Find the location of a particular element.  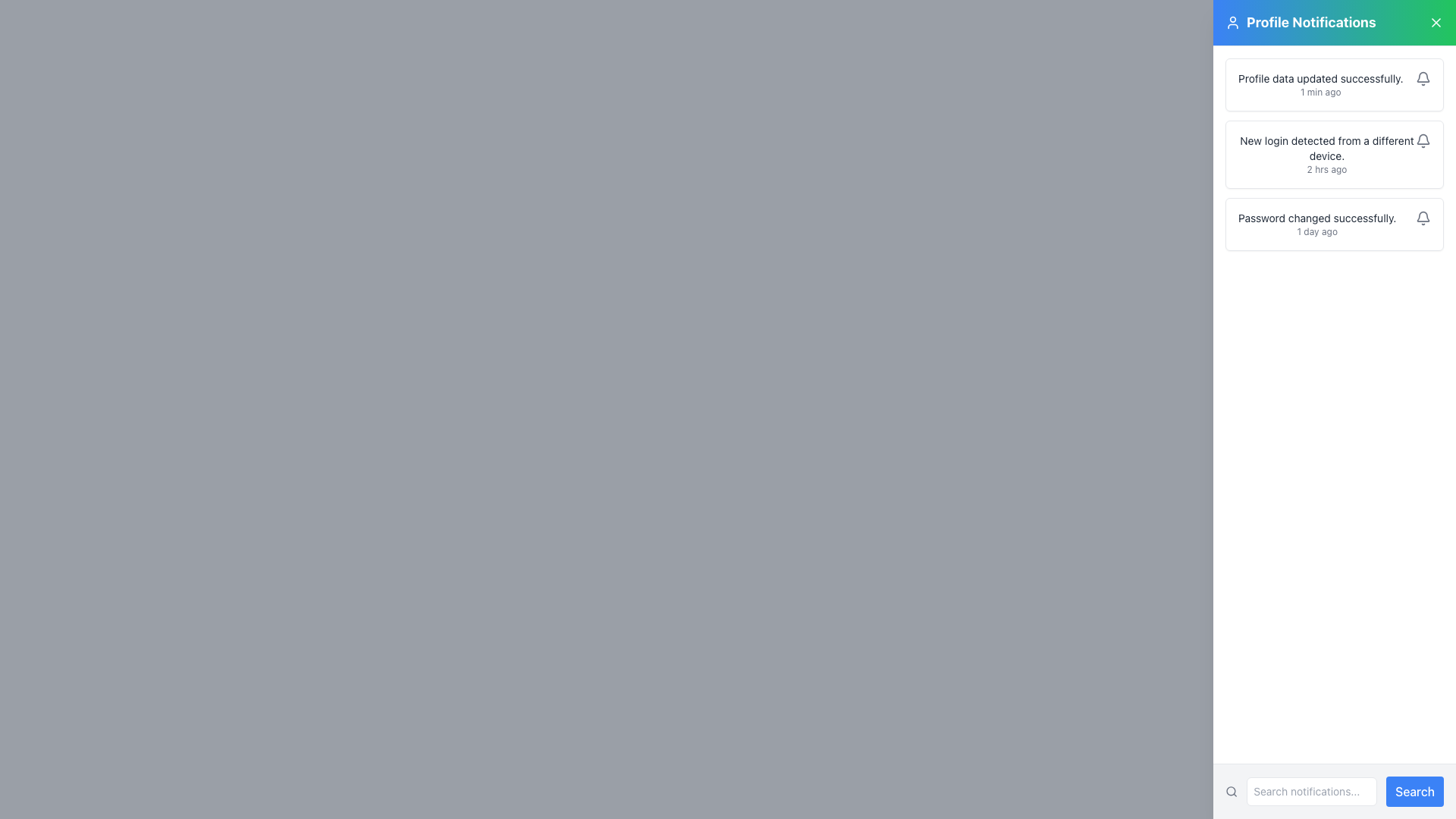

the second notification card in the 'Profile Notifications' sidebar that informs about a recent login activity from a different device is located at coordinates (1335, 155).